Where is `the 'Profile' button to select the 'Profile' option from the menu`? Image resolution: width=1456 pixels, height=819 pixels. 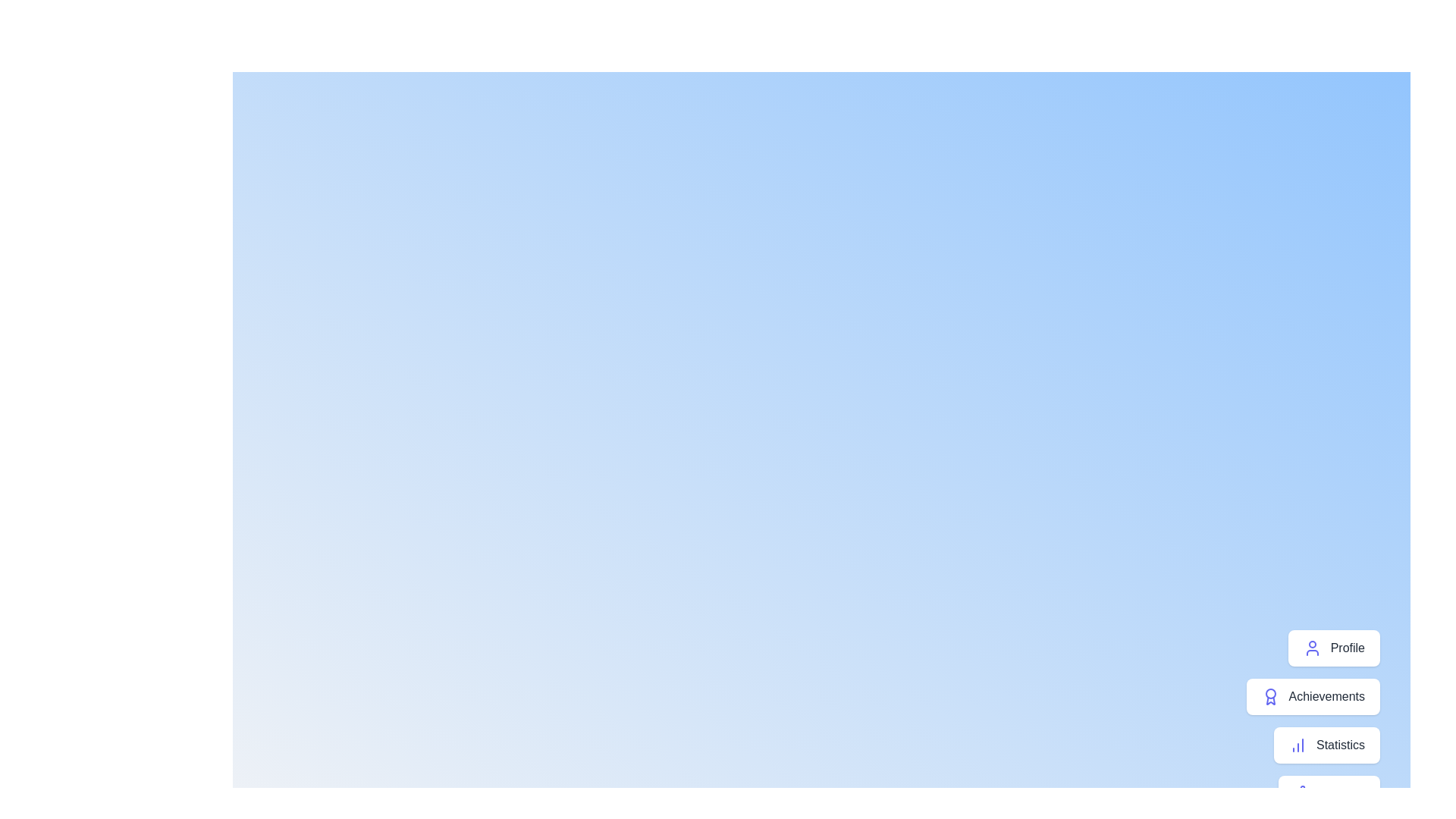 the 'Profile' button to select the 'Profile' option from the menu is located at coordinates (1332, 648).